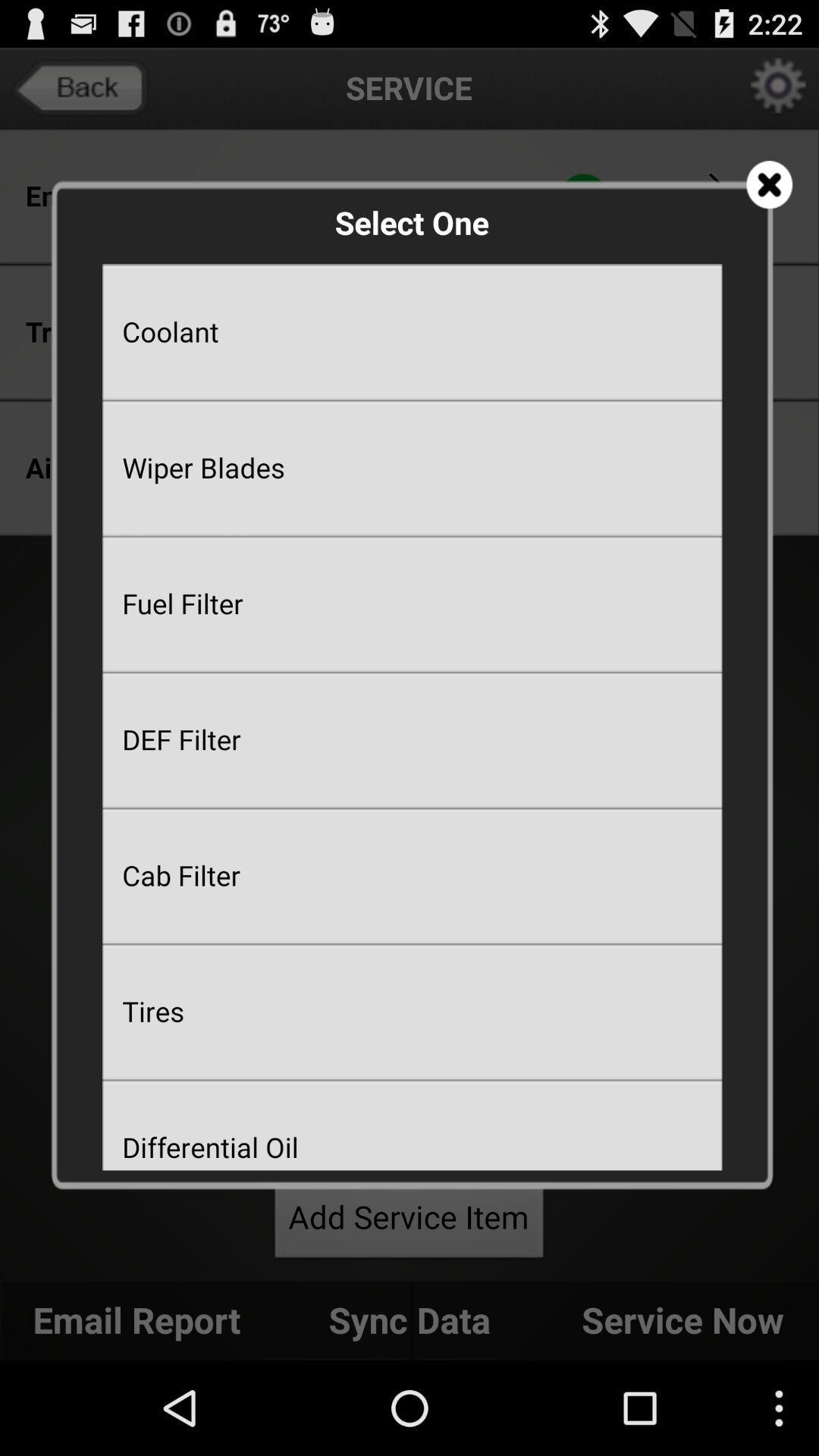  What do you see at coordinates (769, 184) in the screenshot?
I see `icon at the top right corner` at bounding box center [769, 184].